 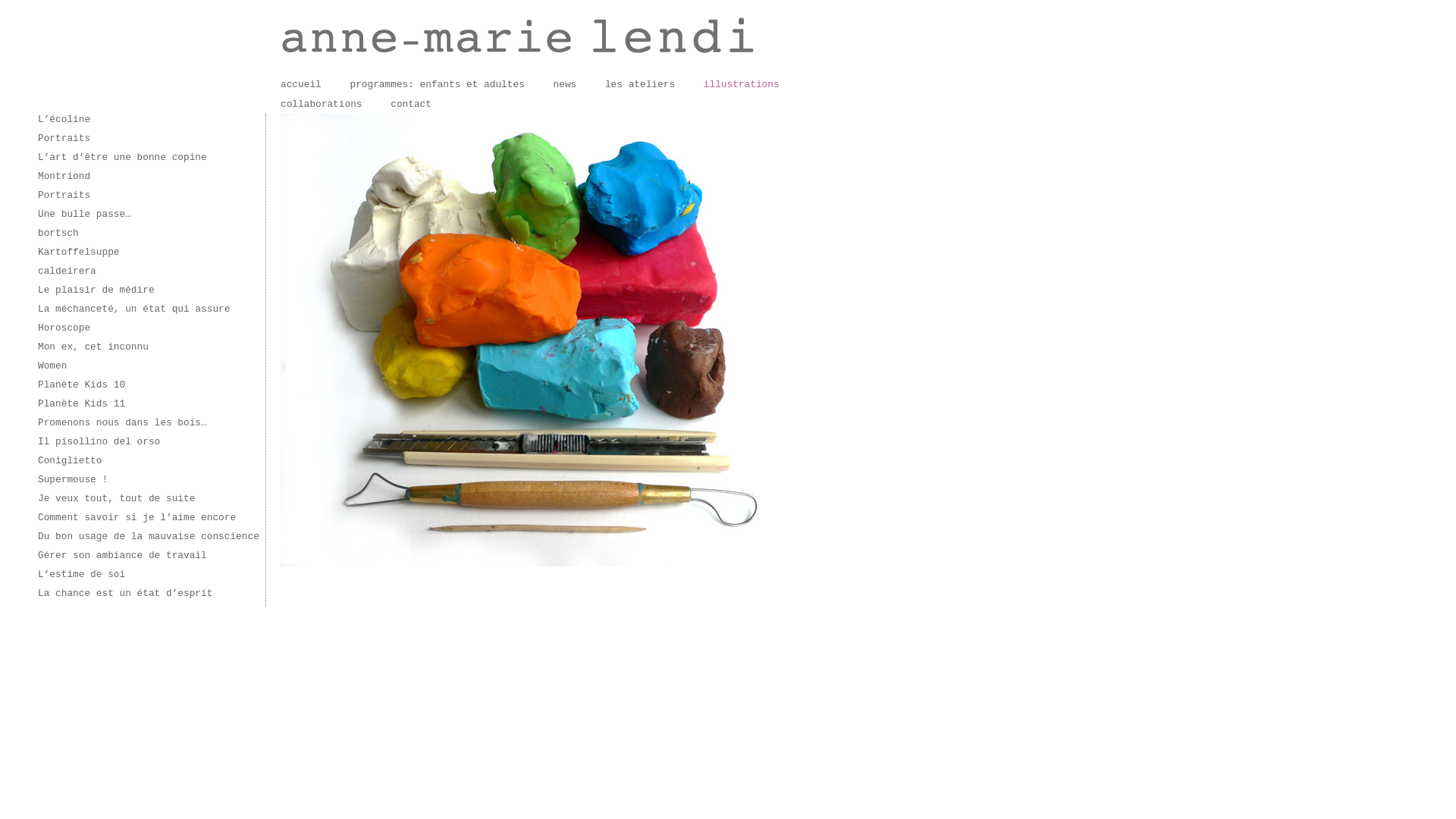 I want to click on 'Women', so click(x=52, y=366).